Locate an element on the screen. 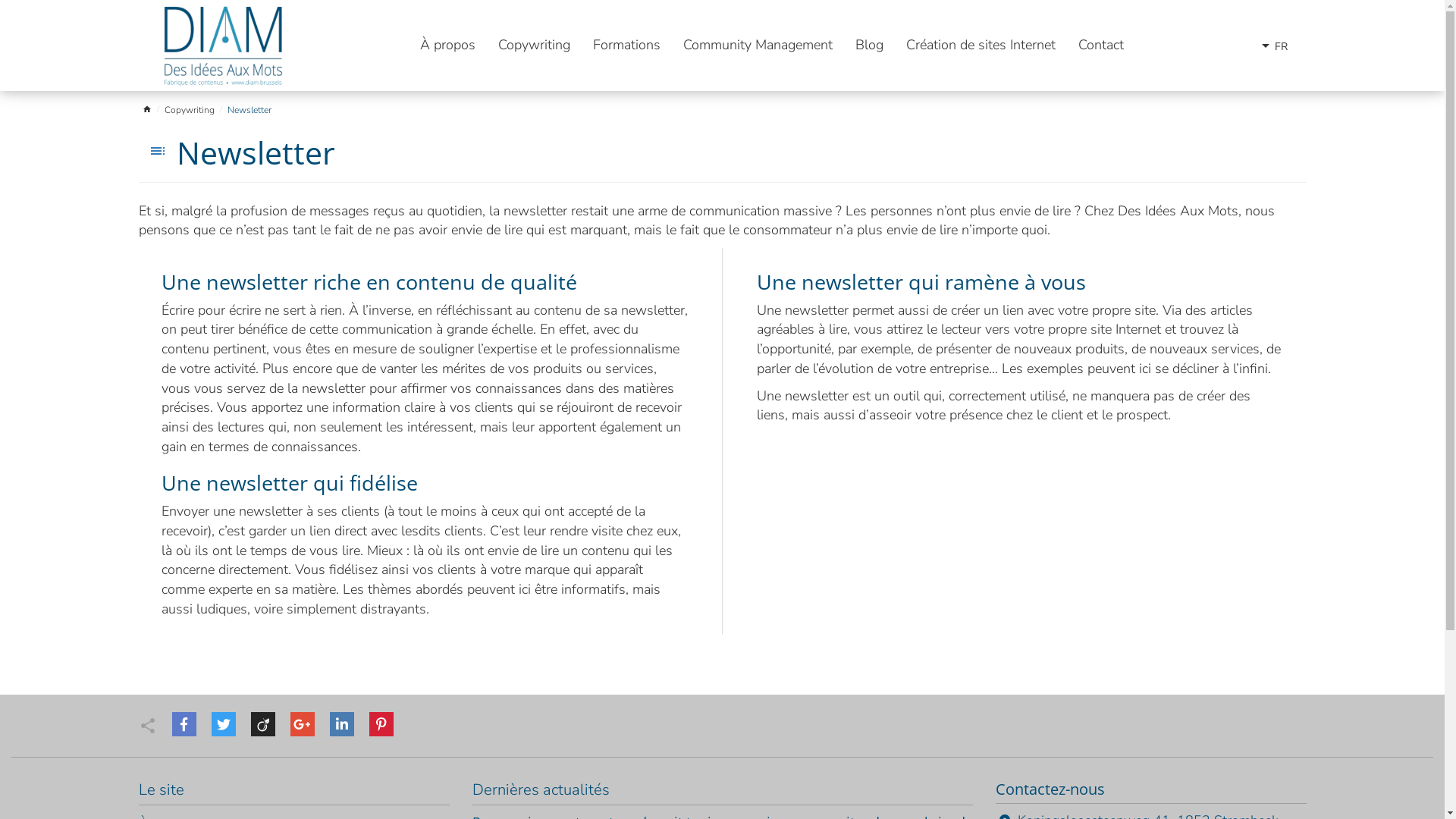  'toc' is located at coordinates (156, 151).